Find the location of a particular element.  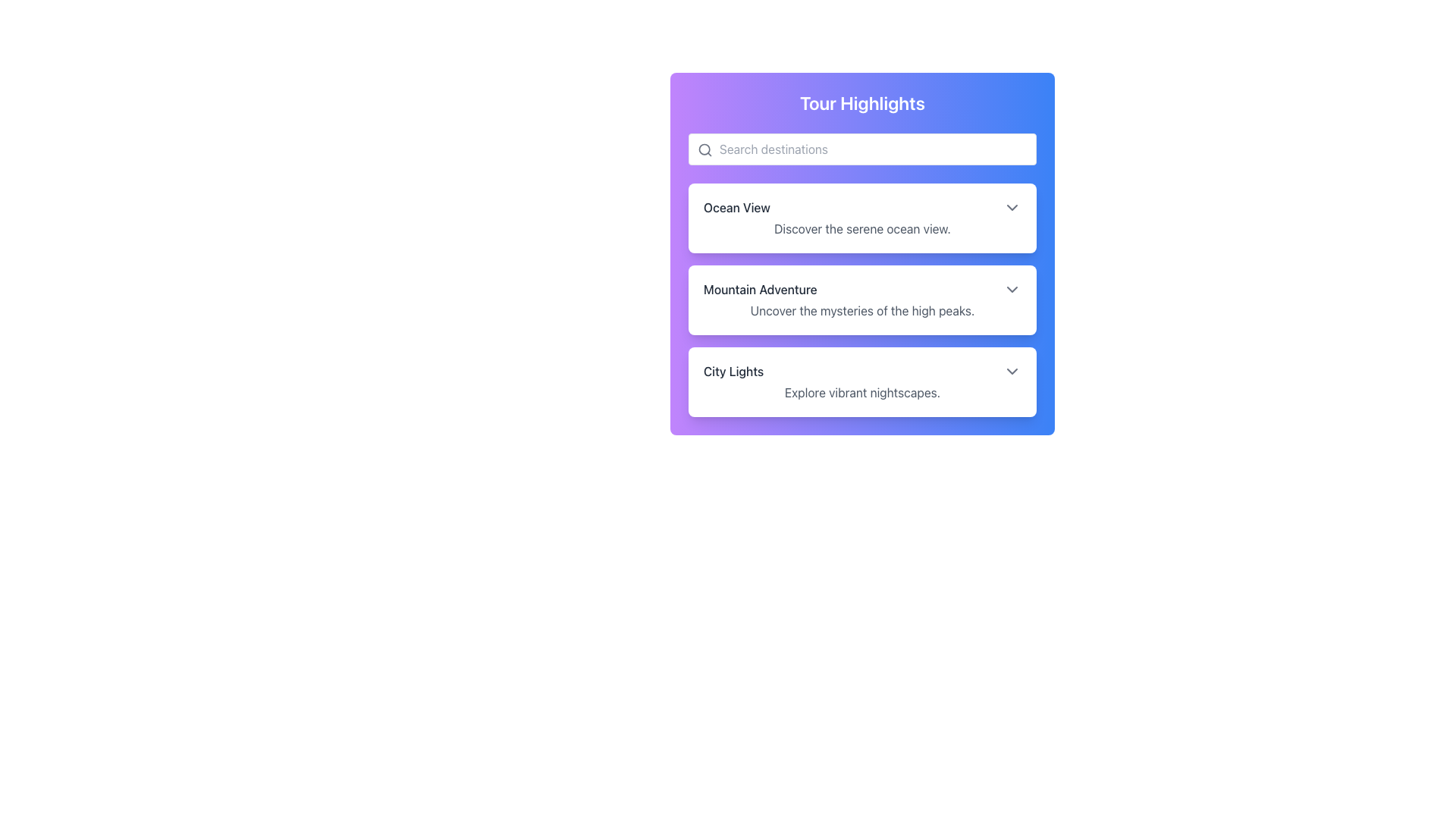

the third card in the vertical list of selectable options labeled 'Tour Highlights' to change its shadow effect is located at coordinates (862, 381).